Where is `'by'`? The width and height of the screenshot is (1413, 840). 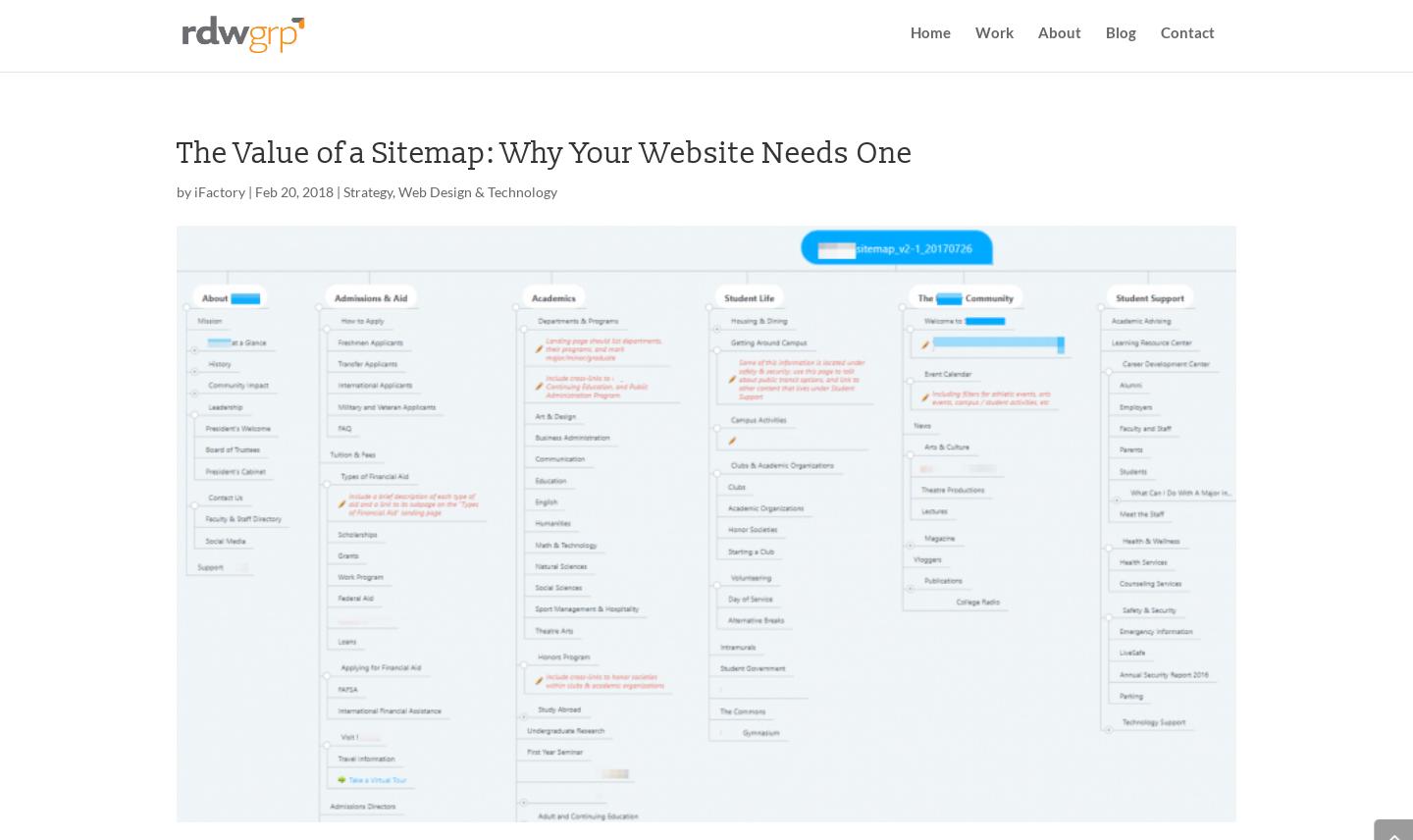 'by' is located at coordinates (185, 190).